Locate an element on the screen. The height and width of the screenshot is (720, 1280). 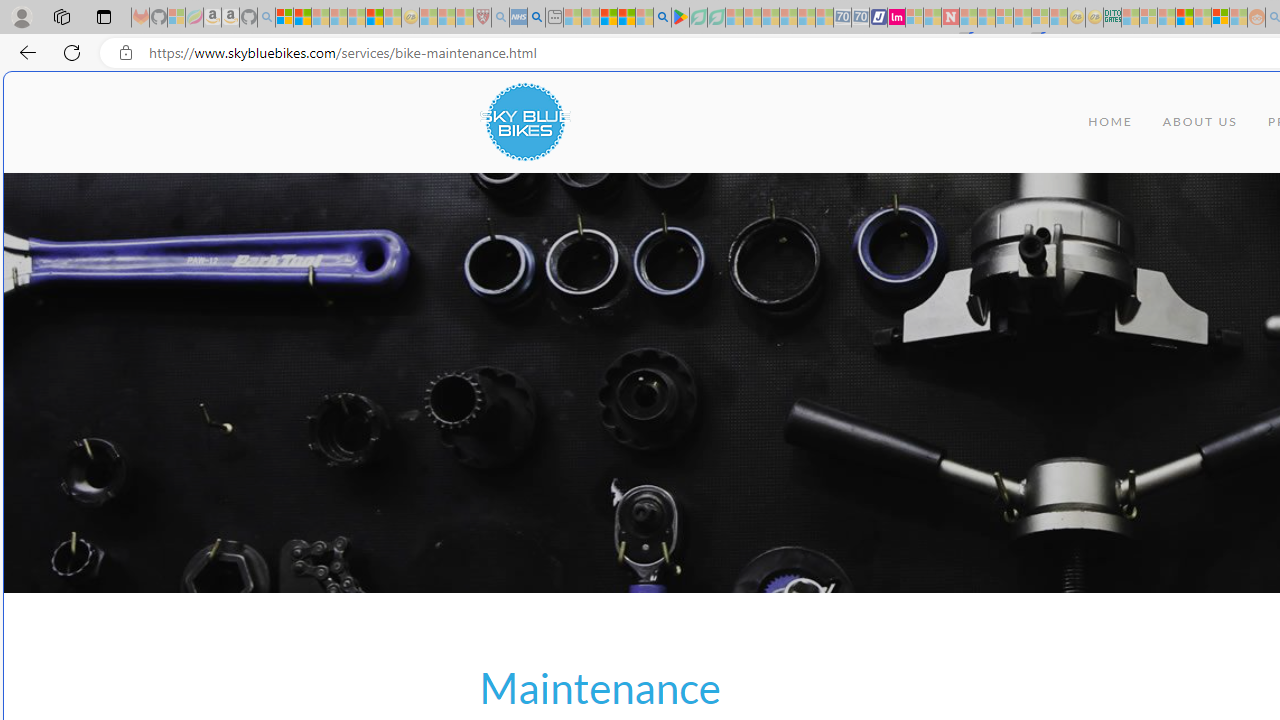
'HOME' is located at coordinates (1109, 122).